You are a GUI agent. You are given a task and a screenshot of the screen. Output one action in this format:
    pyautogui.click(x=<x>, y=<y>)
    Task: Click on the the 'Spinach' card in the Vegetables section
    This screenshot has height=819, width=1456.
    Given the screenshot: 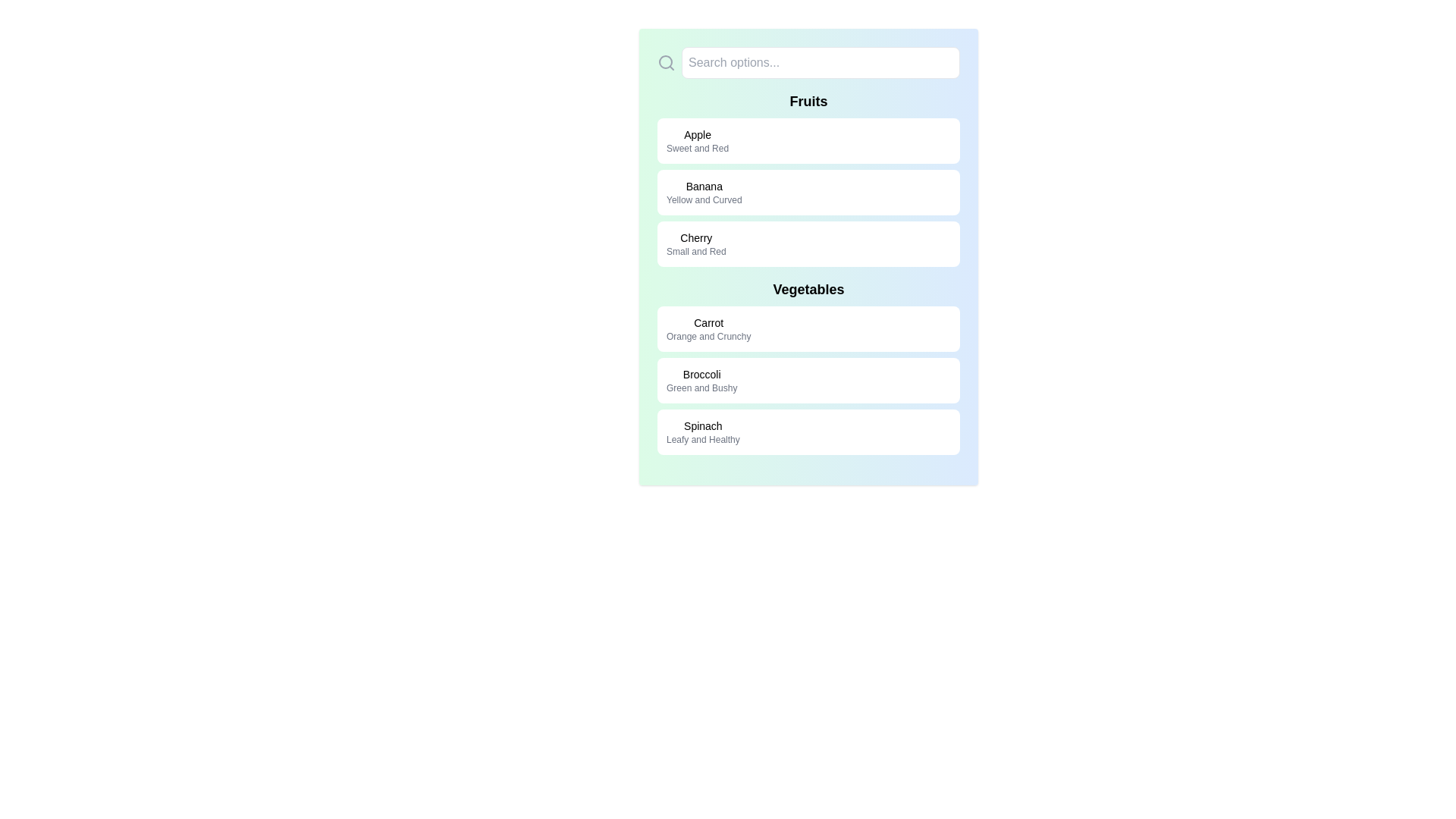 What is the action you would take?
    pyautogui.click(x=808, y=432)
    